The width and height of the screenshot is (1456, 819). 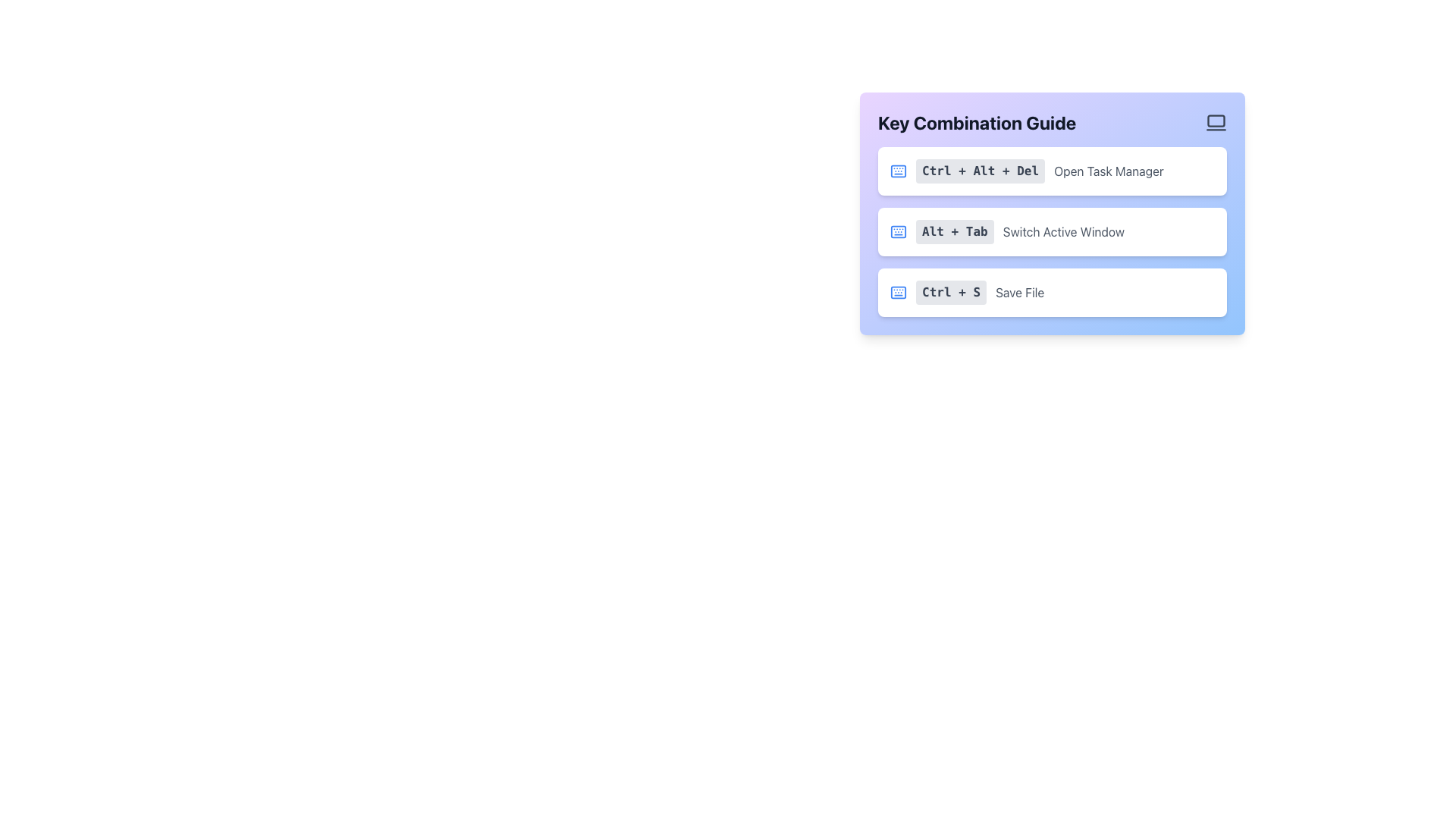 What do you see at coordinates (1051, 171) in the screenshot?
I see `information displayed on the first Information Card in the 'Key Combination Guide' section, which shows 'Ctrl + Alt + Del' and 'Open Task Manager'` at bounding box center [1051, 171].